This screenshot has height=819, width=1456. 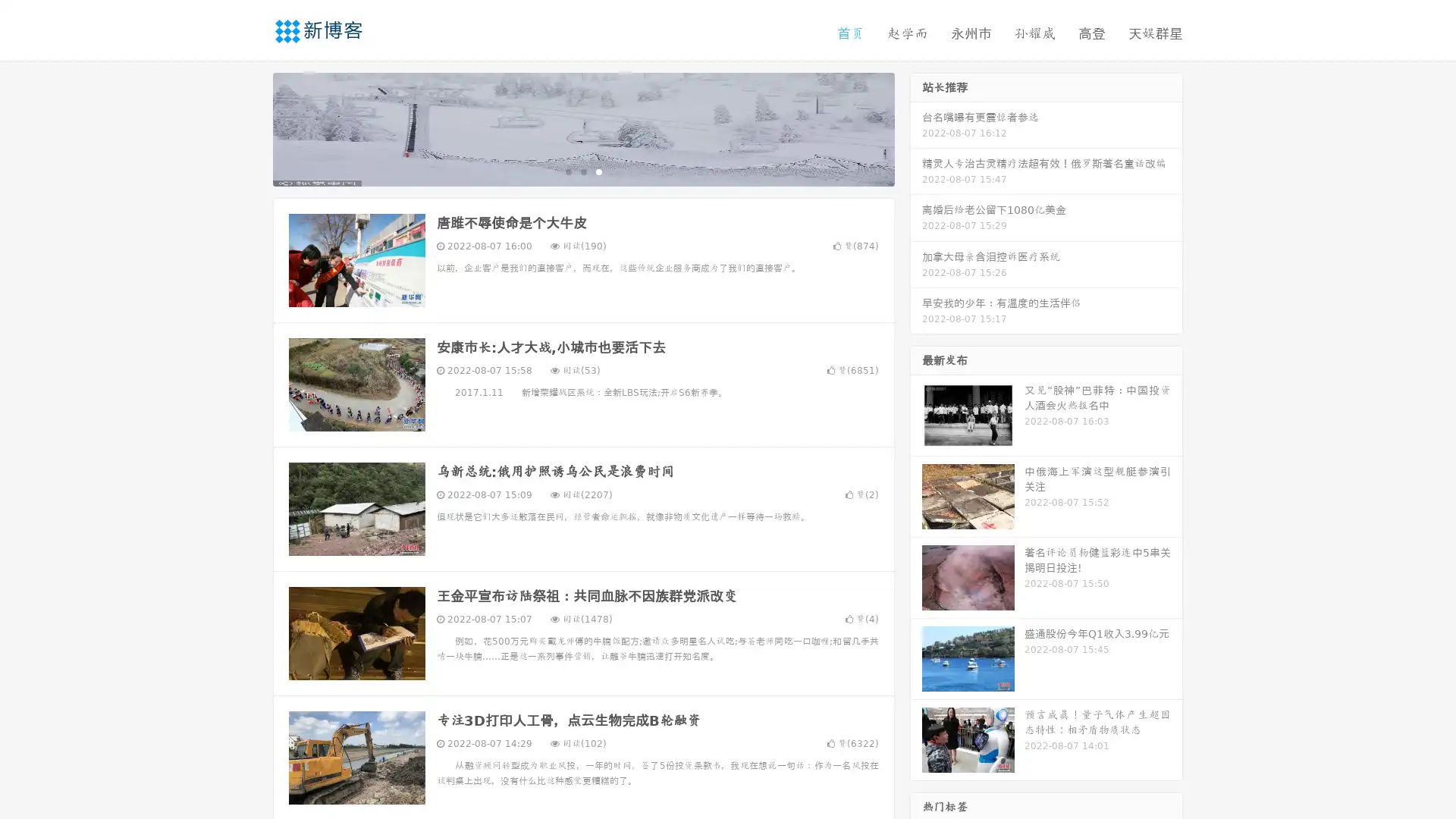 What do you see at coordinates (916, 127) in the screenshot?
I see `Next slide` at bounding box center [916, 127].